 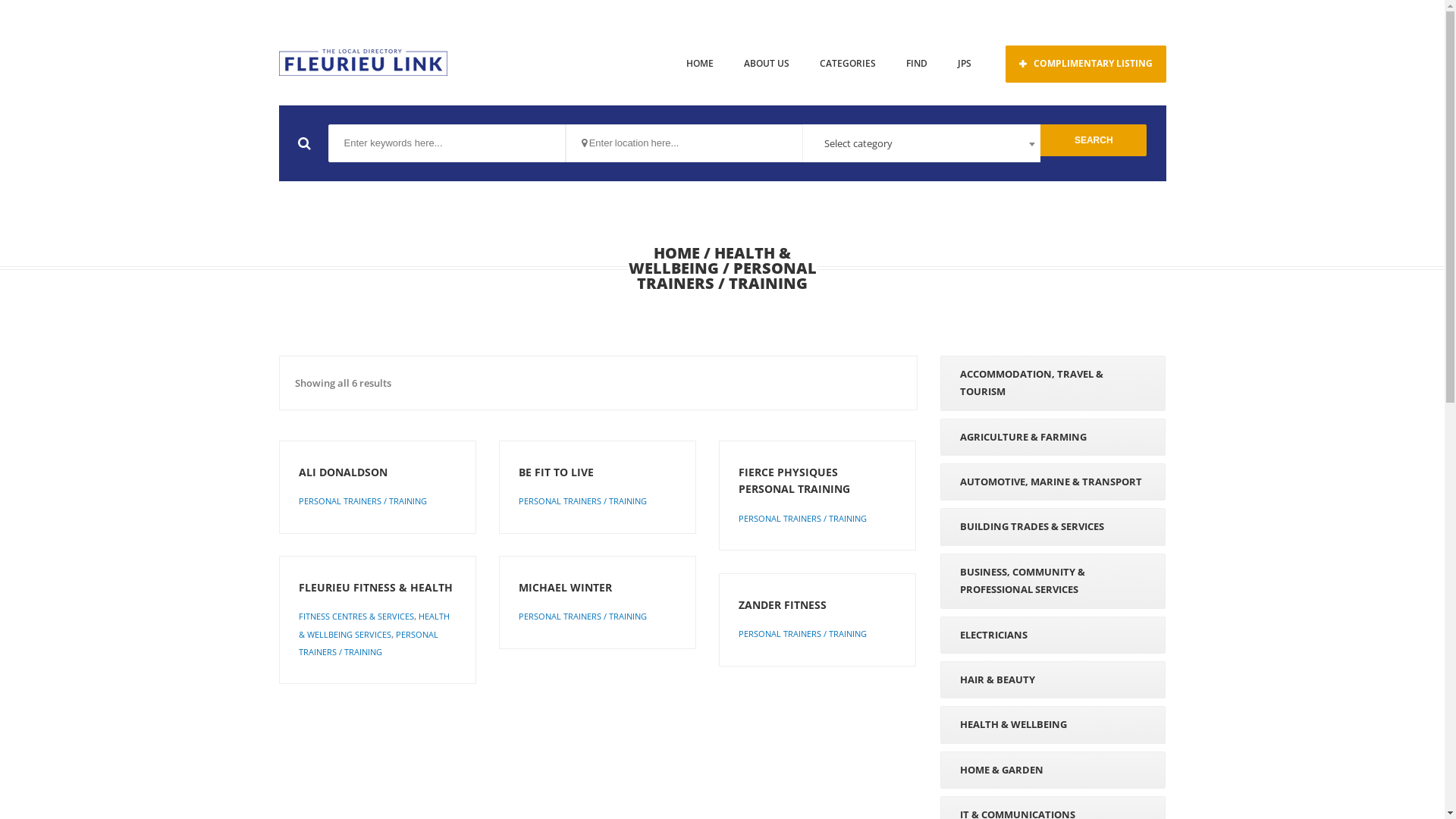 What do you see at coordinates (378, 472) in the screenshot?
I see `'ALI DONALDSON'` at bounding box center [378, 472].